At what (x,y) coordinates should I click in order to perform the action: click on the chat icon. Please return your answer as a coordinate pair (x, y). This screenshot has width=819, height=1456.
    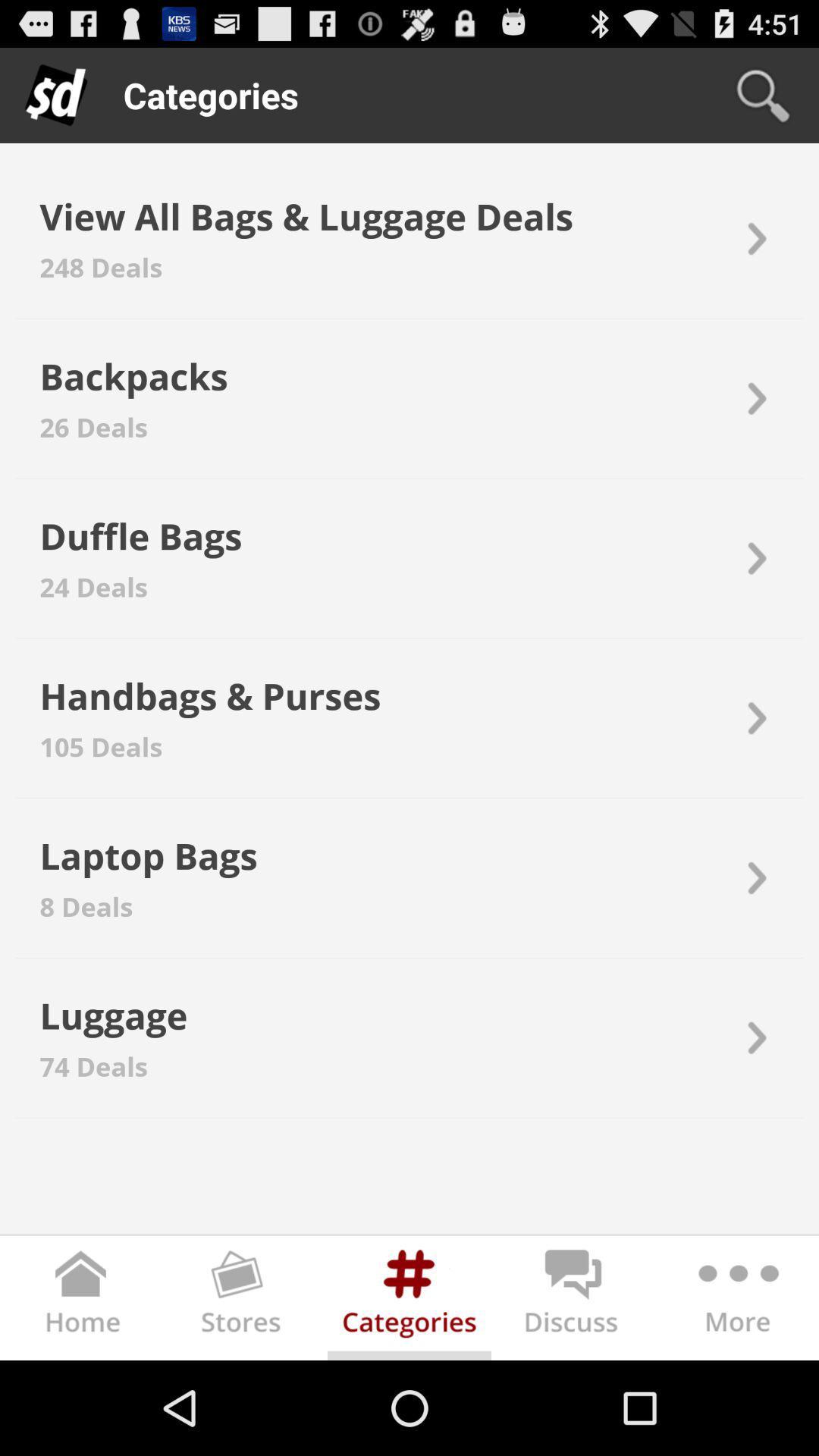
    Looking at the image, I should click on (573, 1392).